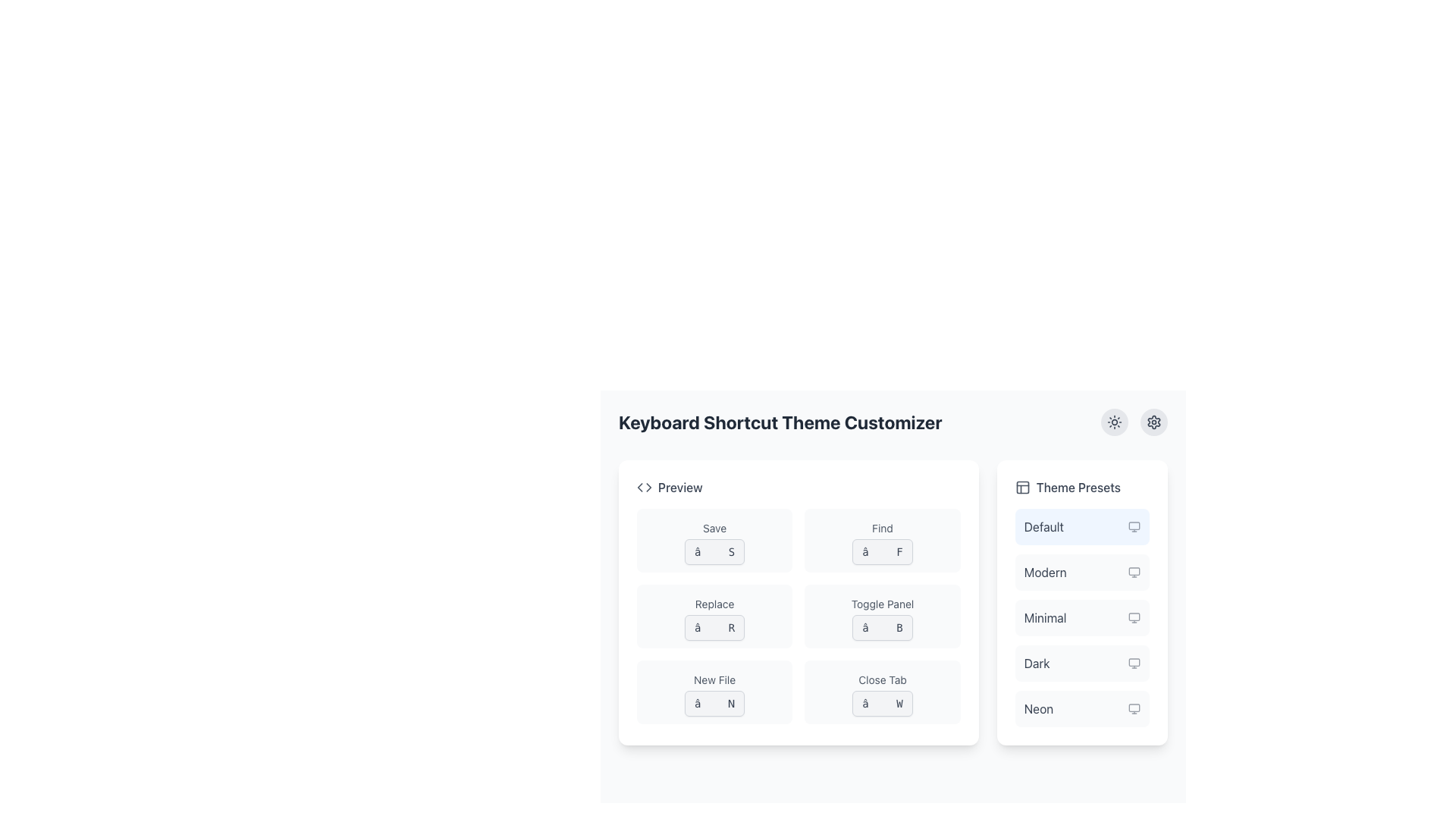 The image size is (1456, 819). What do you see at coordinates (882, 604) in the screenshot?
I see `the static label or text component that provides a description for the button labeled '⌘ B' located in the second row, second column of the grid under the heading 'Preview'` at bounding box center [882, 604].